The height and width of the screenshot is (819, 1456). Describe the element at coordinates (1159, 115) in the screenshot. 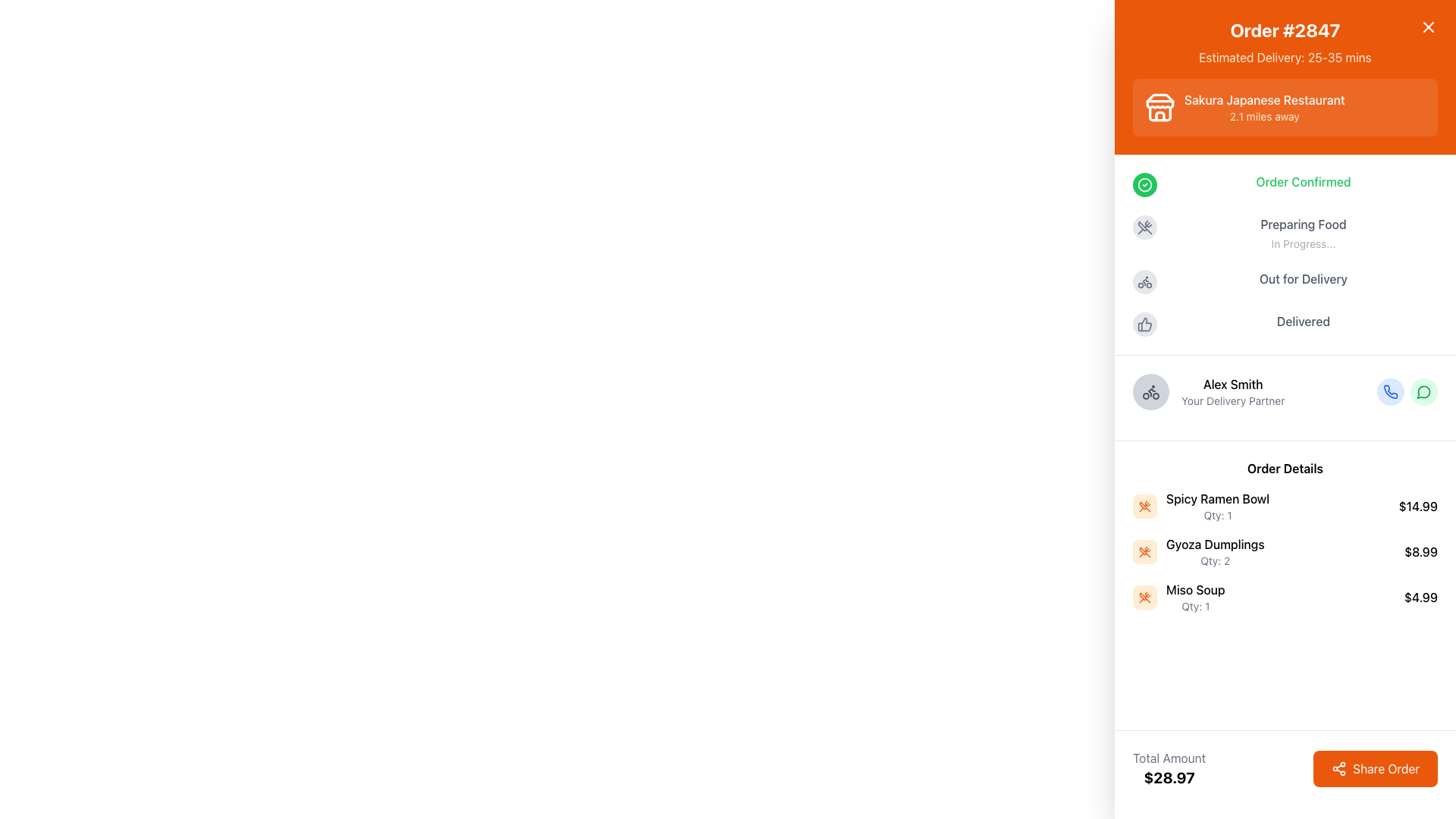

I see `the icon representing a storefront, which is visually characterized by a vertical rectangle with rounded edges at the top and an orange background, located to the left of 'Sakura Japanese Restaurant'` at that location.